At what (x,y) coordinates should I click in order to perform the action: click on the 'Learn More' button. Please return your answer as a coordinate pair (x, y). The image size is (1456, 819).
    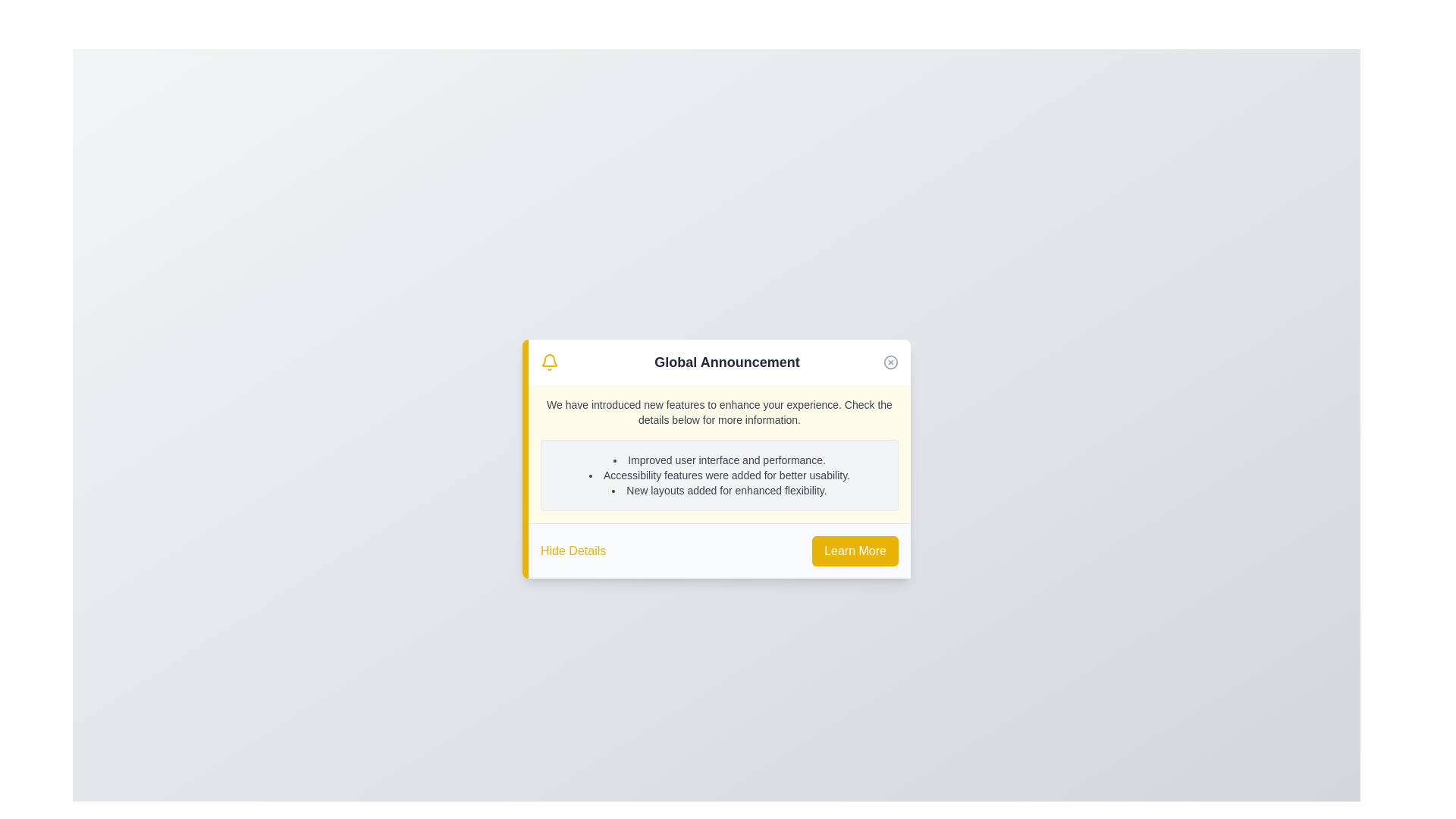
    Looking at the image, I should click on (855, 550).